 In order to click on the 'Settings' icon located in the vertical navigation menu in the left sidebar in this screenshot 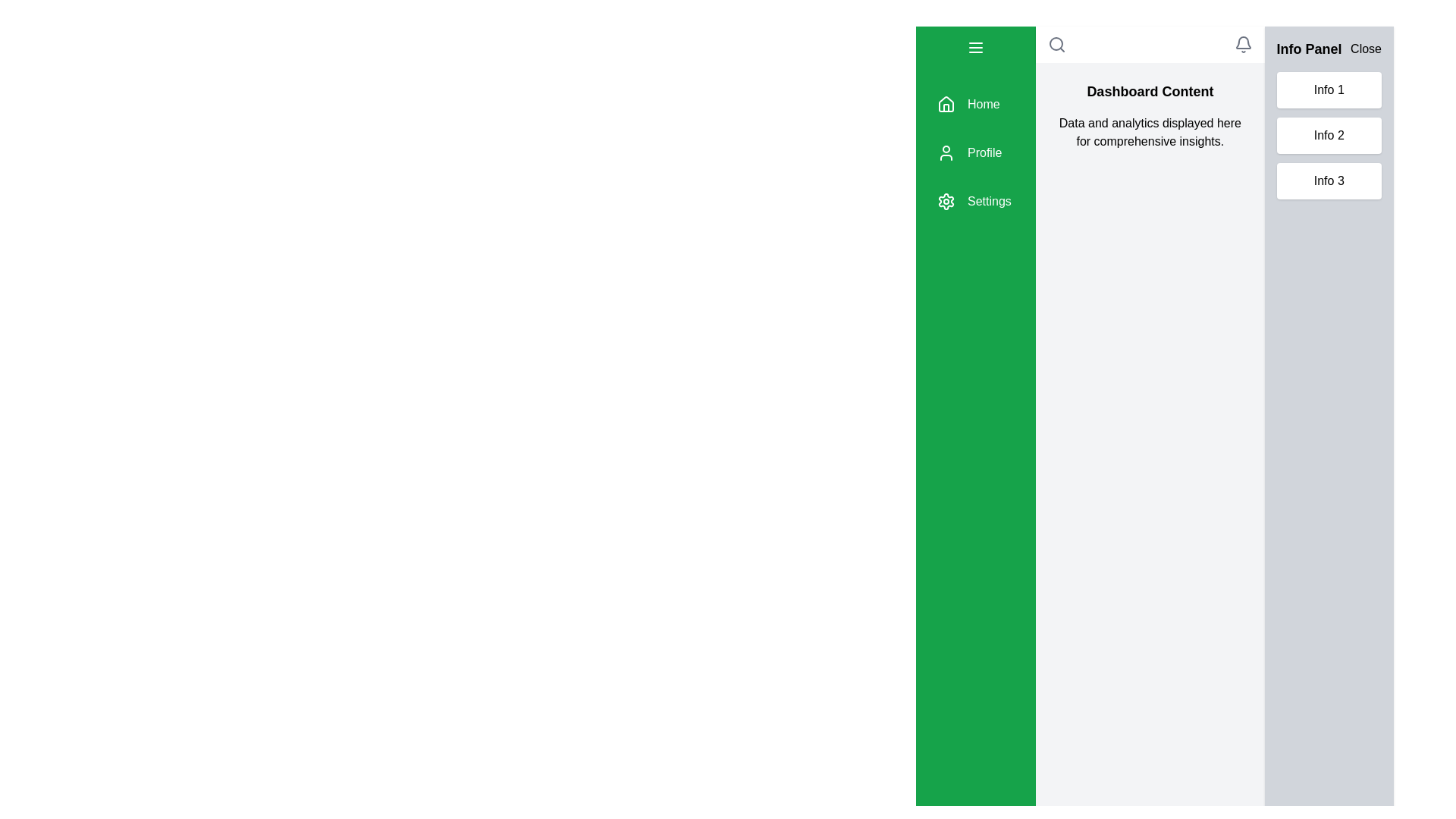, I will do `click(946, 201)`.